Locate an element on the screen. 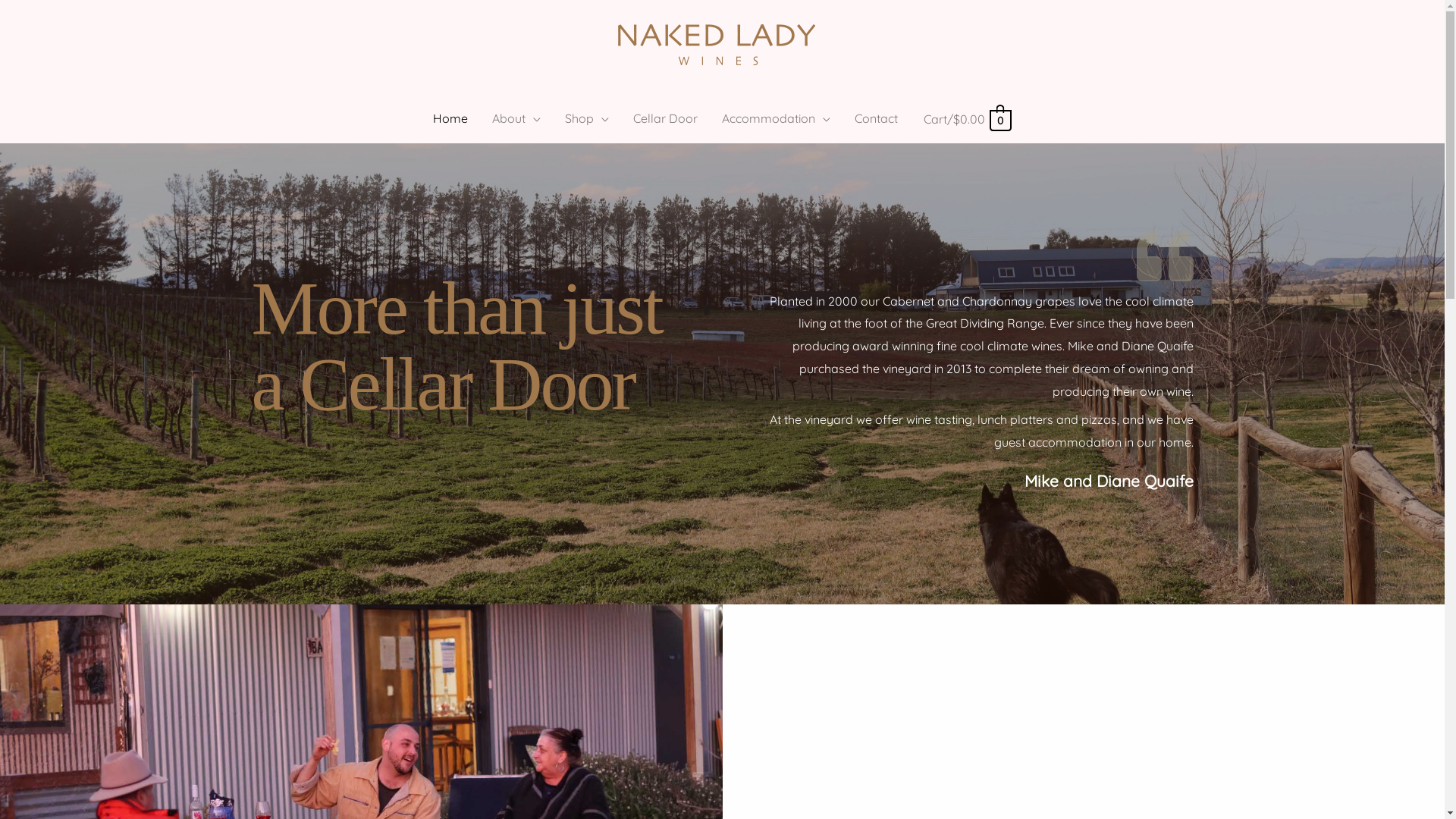 Image resolution: width=1456 pixels, height=819 pixels. 'About' is located at coordinates (516, 117).